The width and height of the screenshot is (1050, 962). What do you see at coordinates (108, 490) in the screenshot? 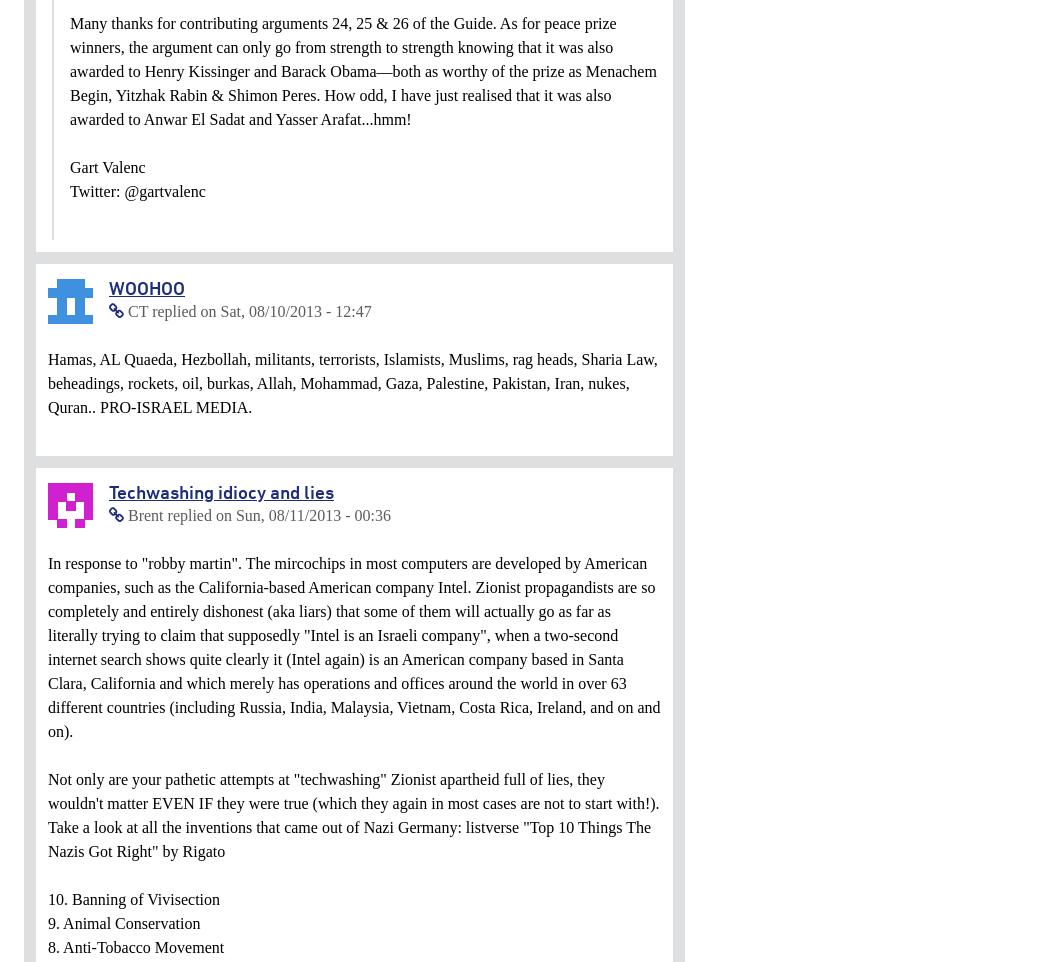
I see `'Techwashing idiocy and lies'` at bounding box center [108, 490].